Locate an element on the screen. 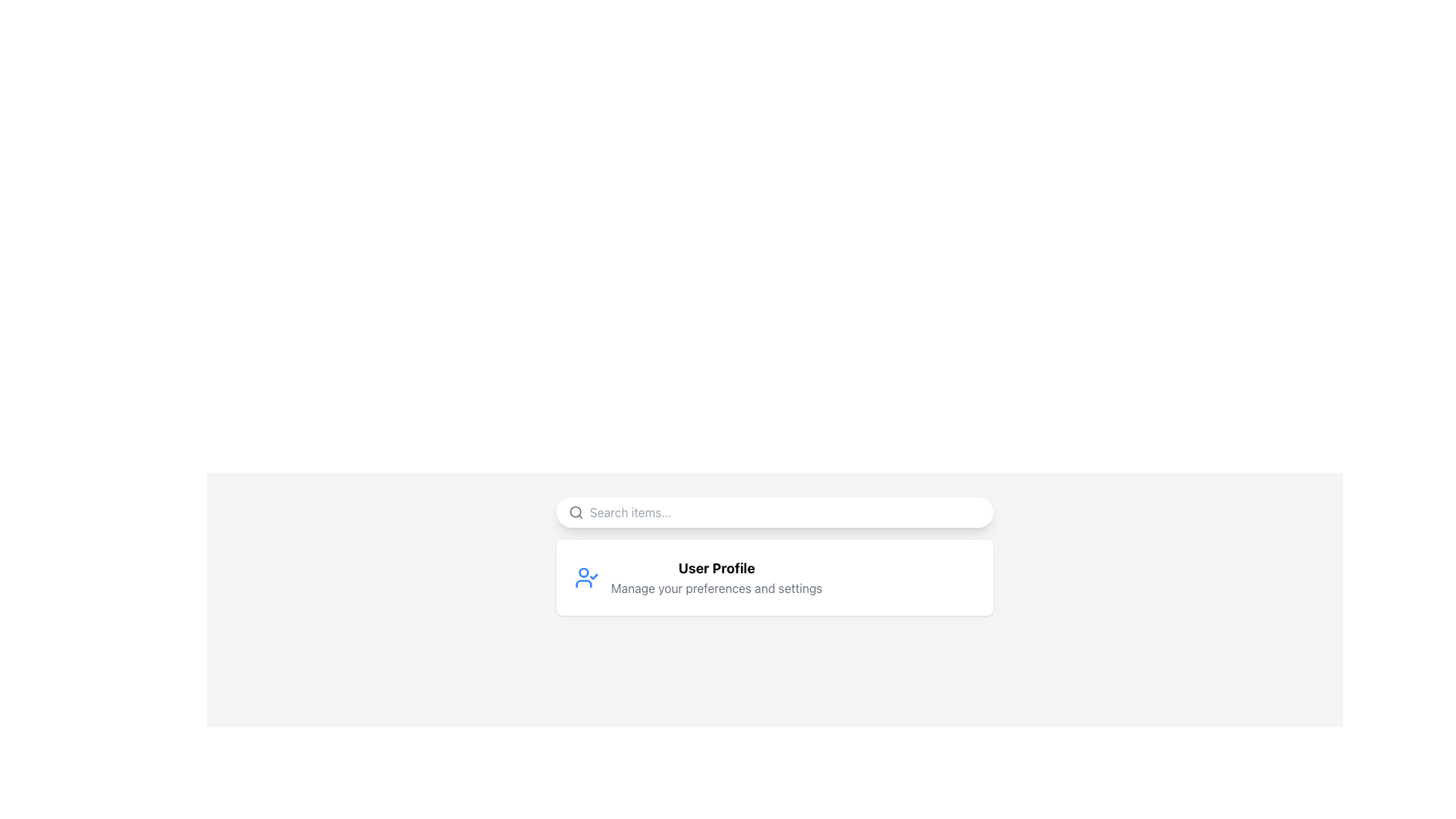 The image size is (1456, 819). the Text Label that serves as a section header for managing account preferences and settings, located under the search bar and to the right of the user icon with a checkmark is located at coordinates (716, 578).